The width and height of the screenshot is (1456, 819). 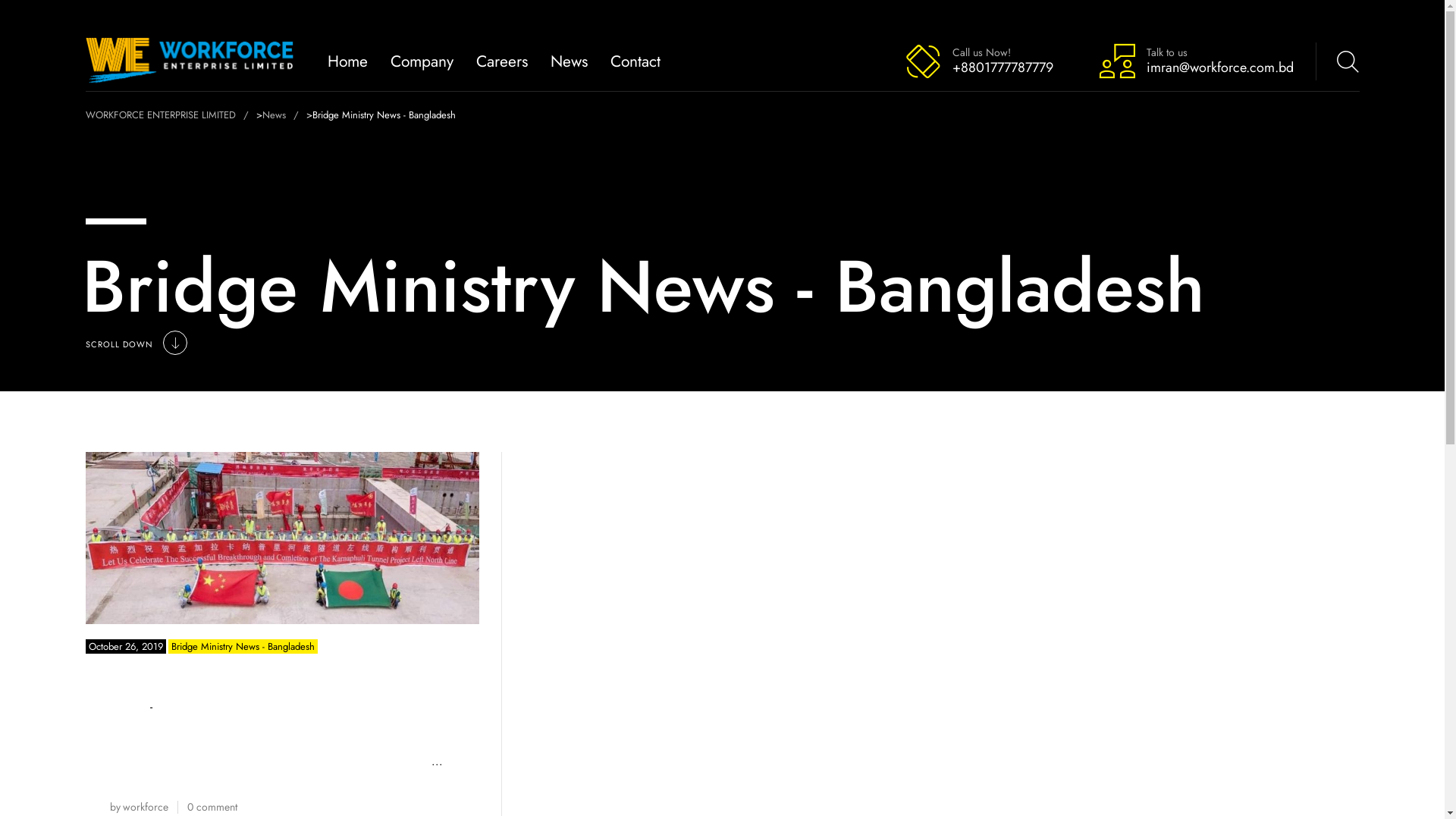 What do you see at coordinates (347, 60) in the screenshot?
I see `'Home'` at bounding box center [347, 60].